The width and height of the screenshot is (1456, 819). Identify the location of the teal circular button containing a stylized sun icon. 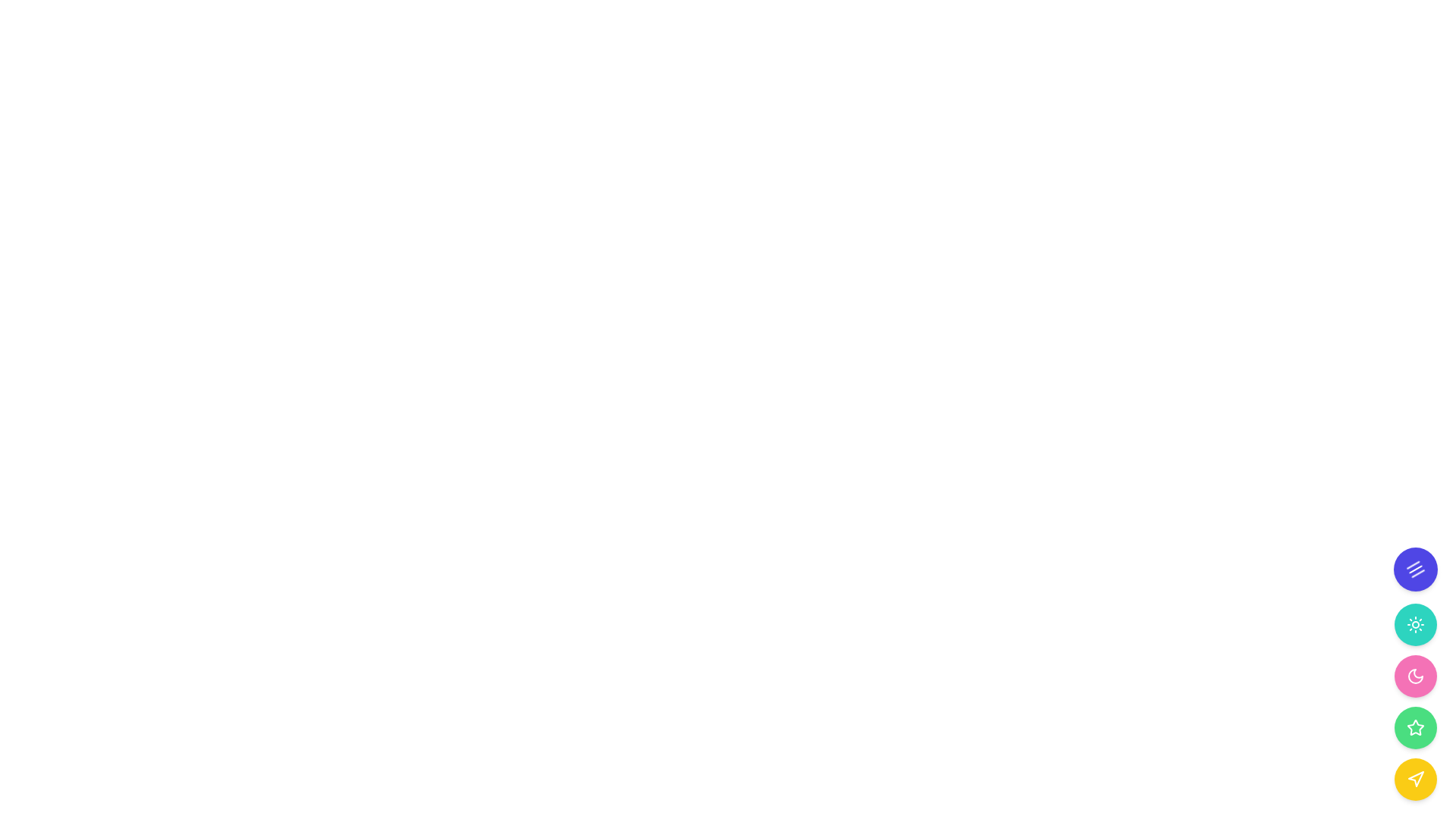
(1415, 625).